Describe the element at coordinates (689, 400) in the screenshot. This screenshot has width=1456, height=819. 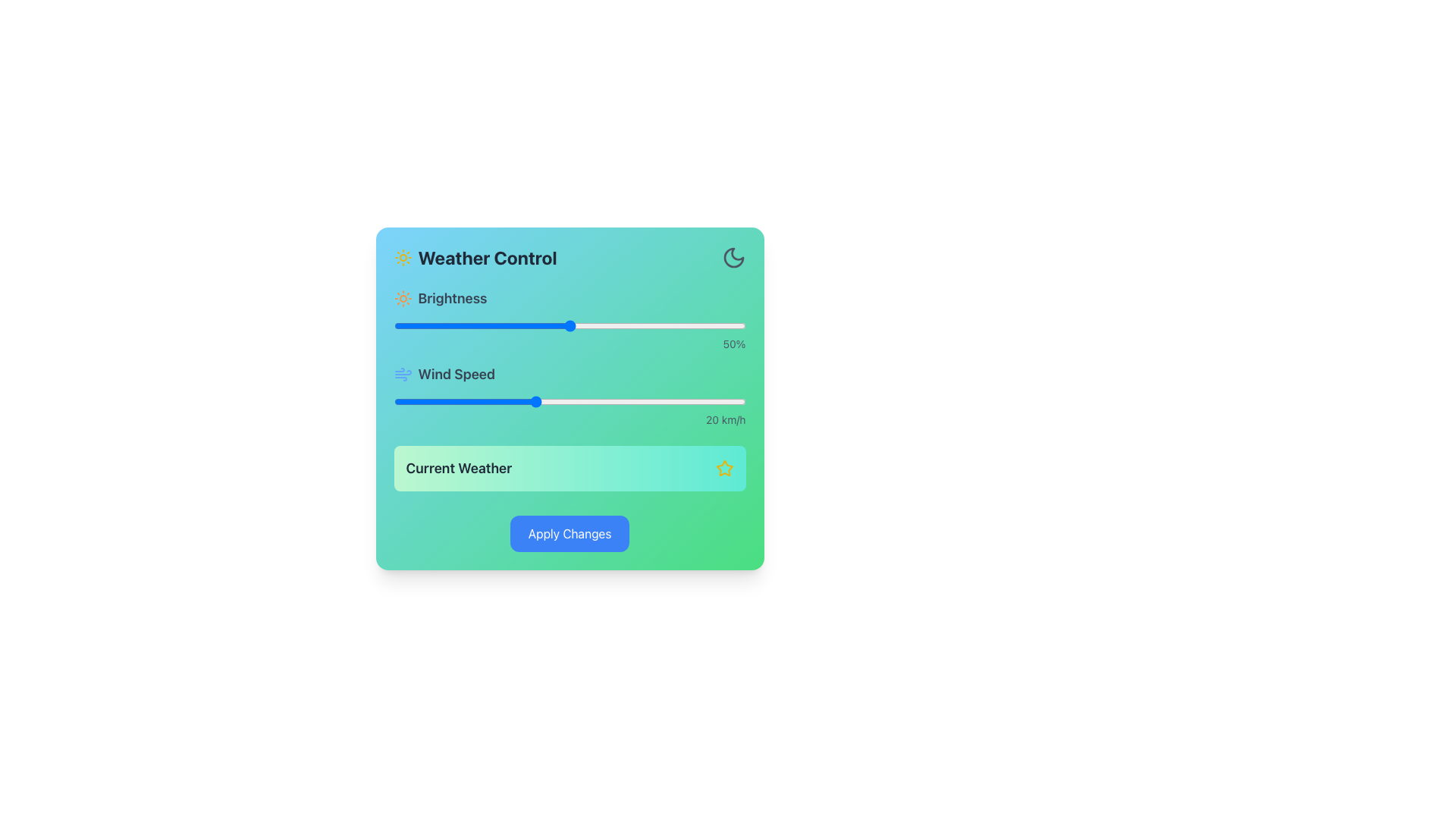
I see `the wind speed` at that location.